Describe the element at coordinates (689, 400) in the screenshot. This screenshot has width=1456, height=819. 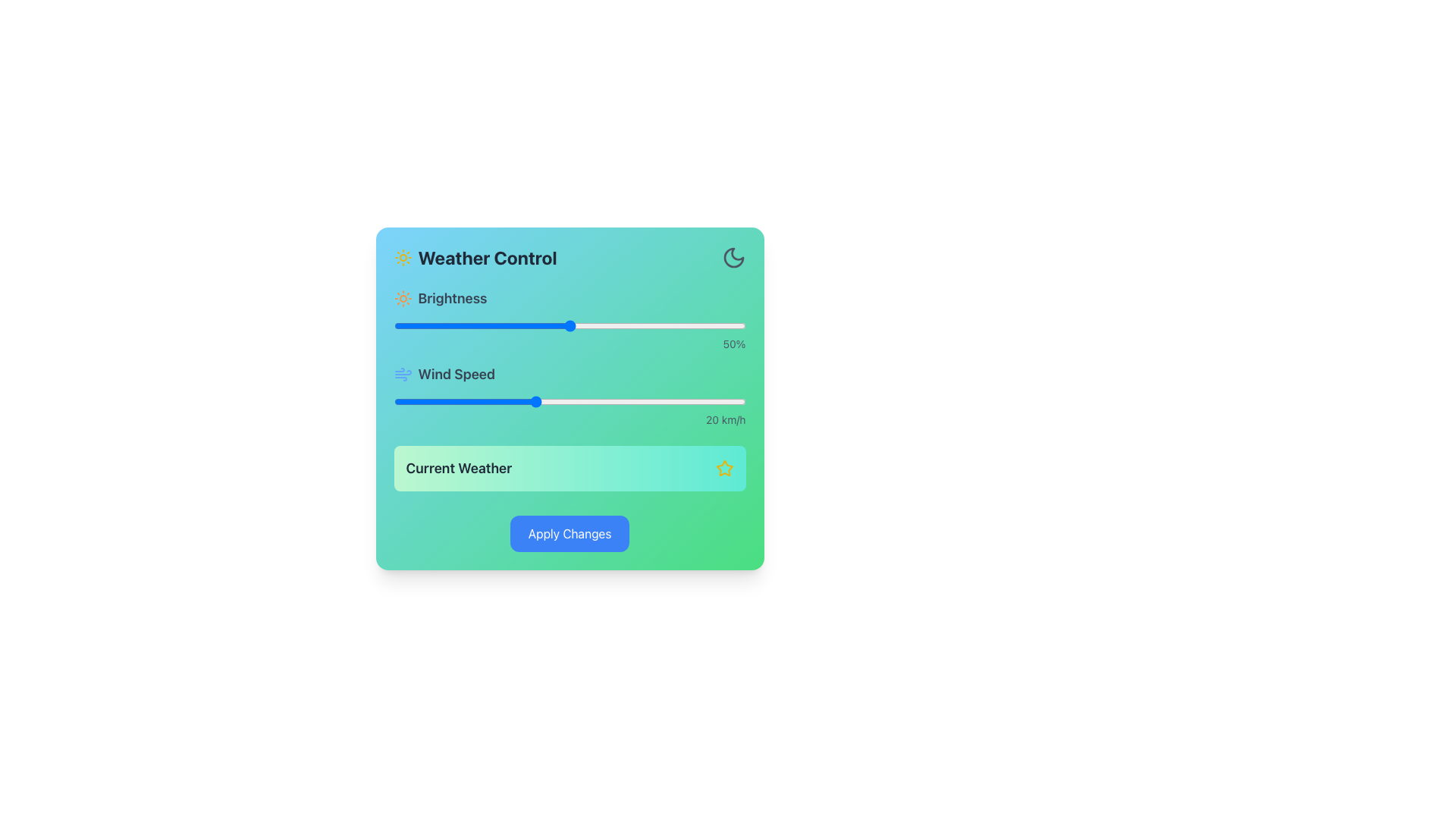
I see `the wind speed` at that location.